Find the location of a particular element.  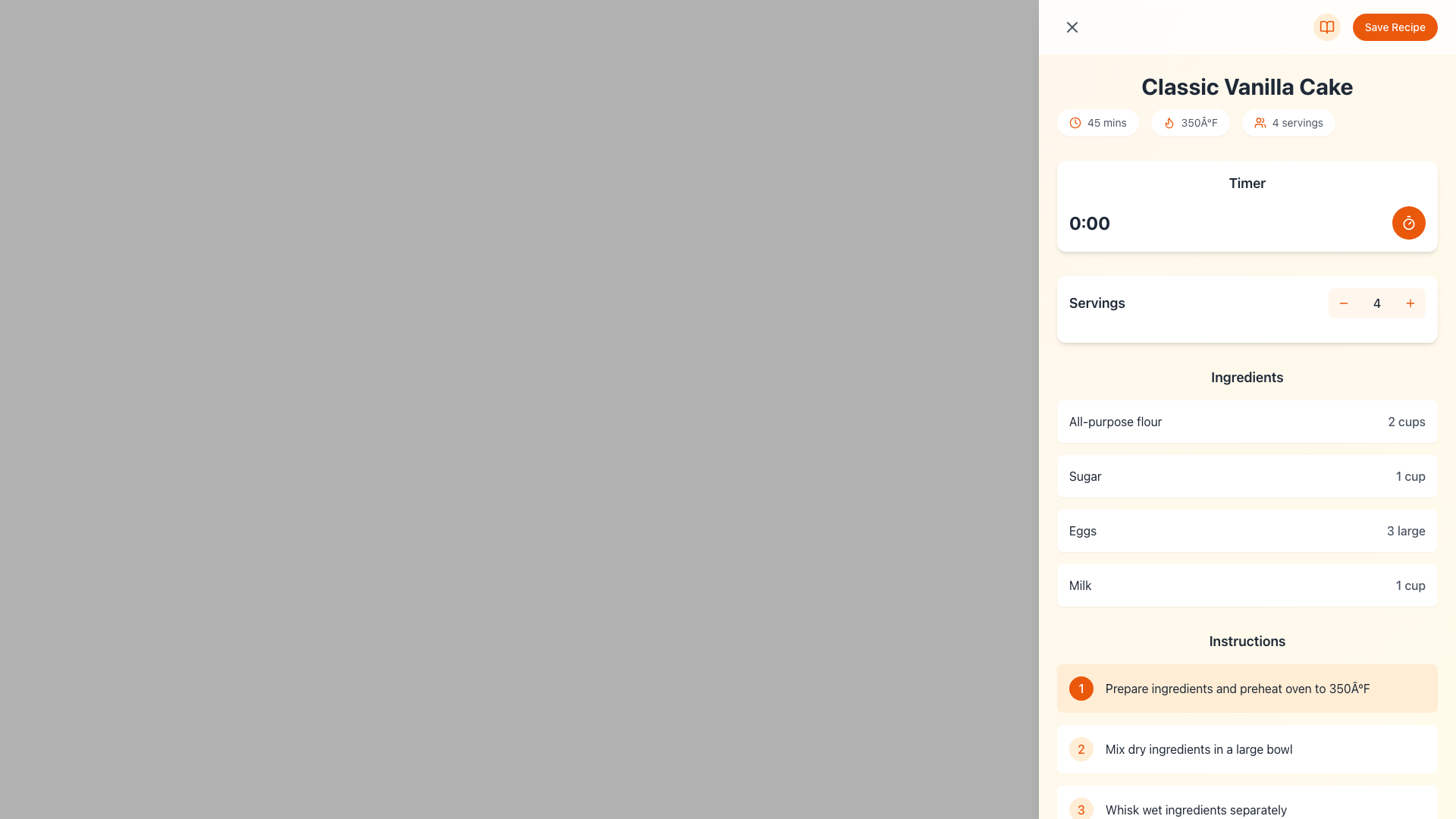

the buttons of the 'Servings' interactive input group to receive additional feedback is located at coordinates (1247, 303).